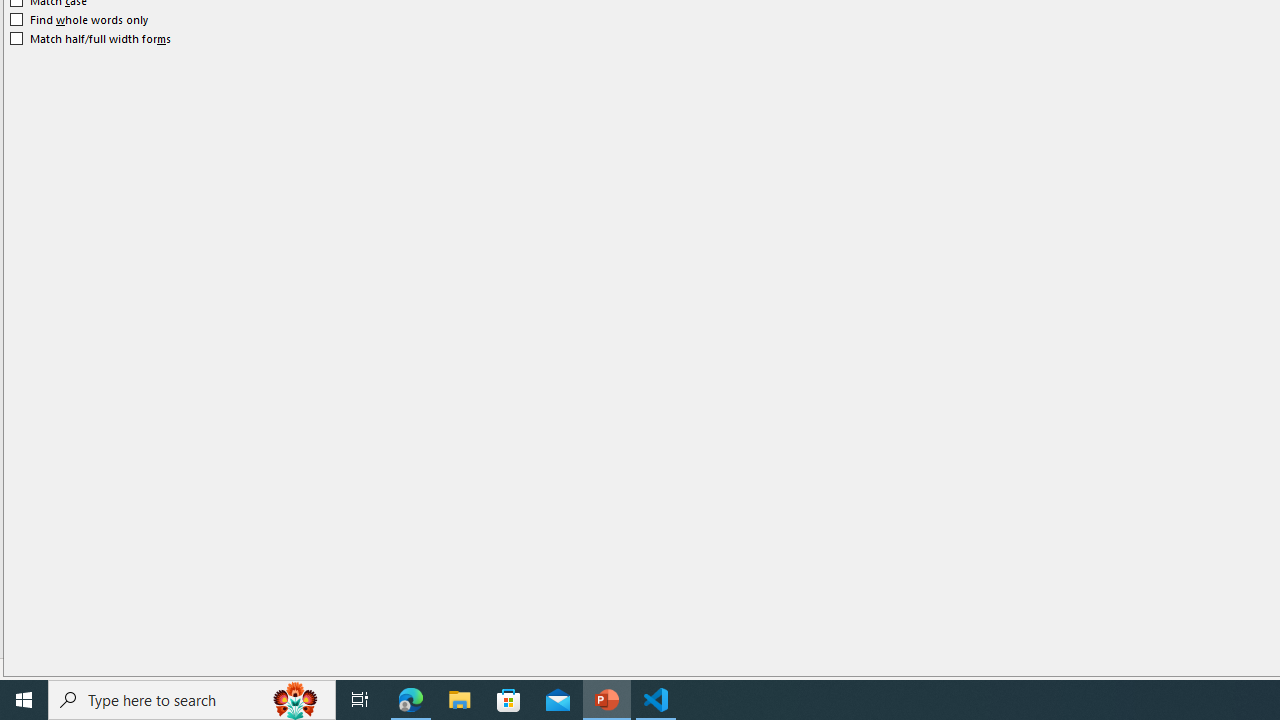 The height and width of the screenshot is (720, 1280). What do you see at coordinates (90, 38) in the screenshot?
I see `'Match half/full width forms'` at bounding box center [90, 38].